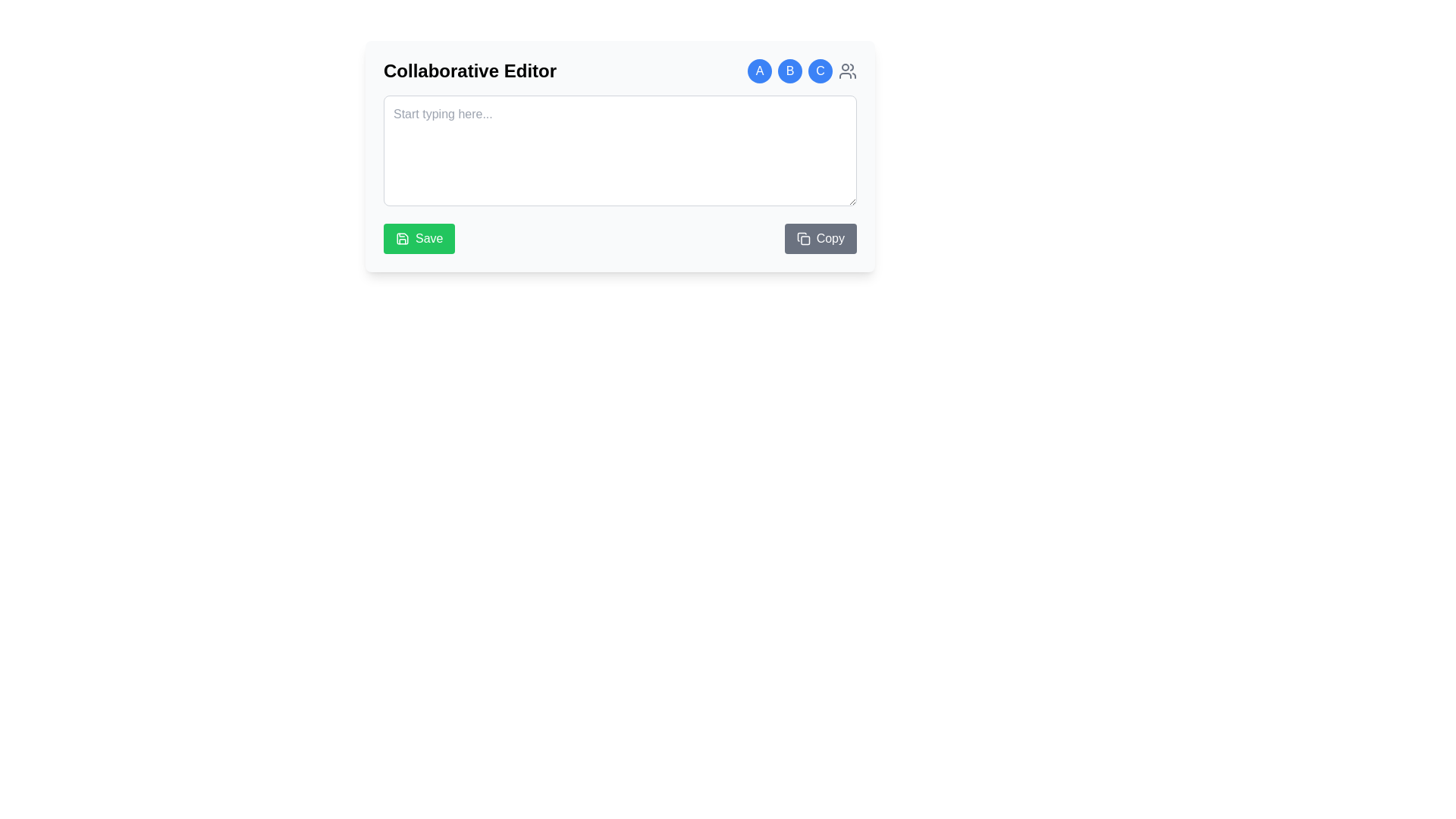 The image size is (1456, 819). I want to click on the floppy disk icon with a green background and white stroke, located within the 'Save' button in the bottom-left section of the Collaborative Editor interface, so click(403, 239).